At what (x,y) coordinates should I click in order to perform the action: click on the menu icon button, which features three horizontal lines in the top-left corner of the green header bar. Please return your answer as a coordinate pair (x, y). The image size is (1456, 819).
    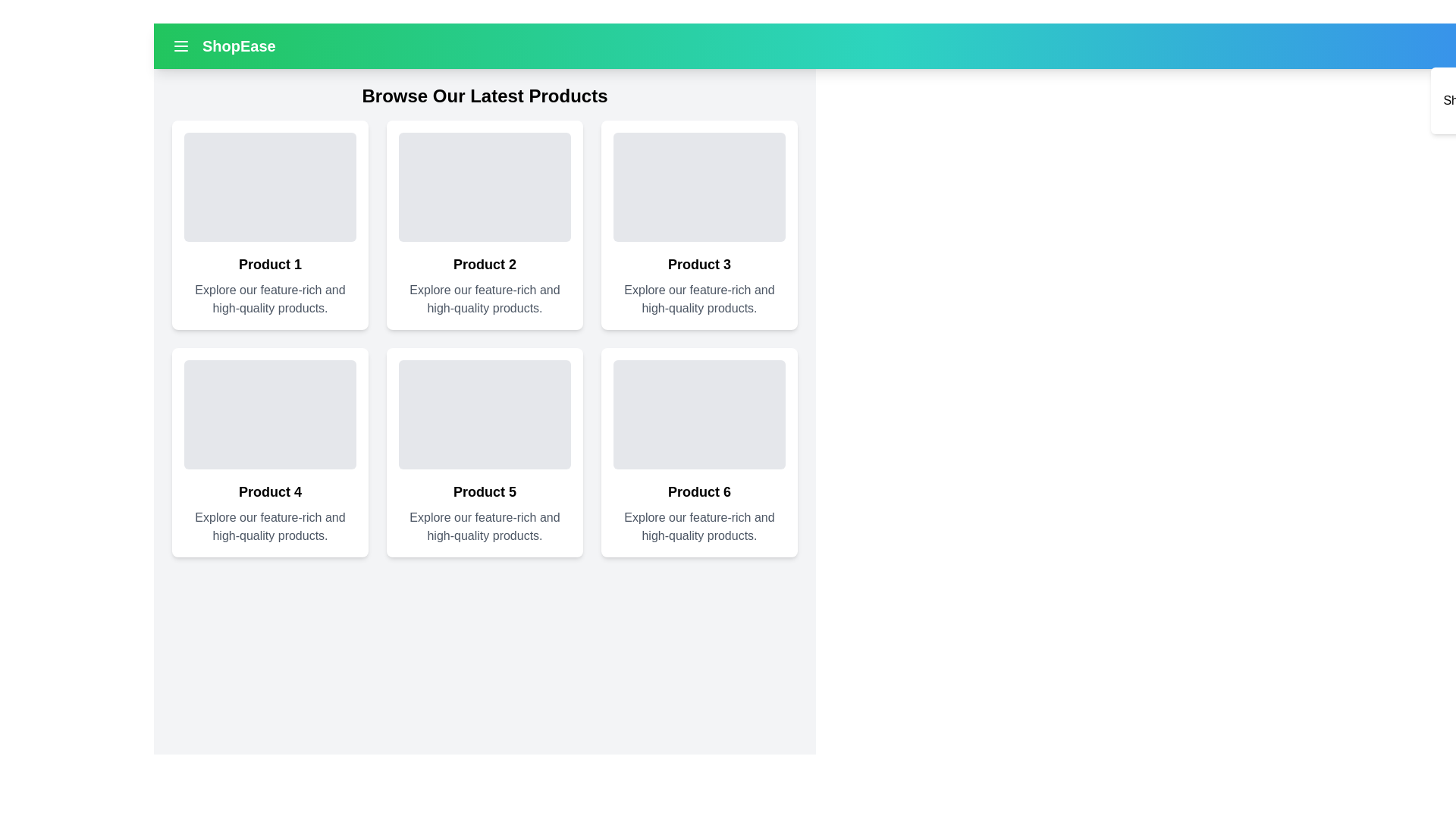
    Looking at the image, I should click on (181, 45).